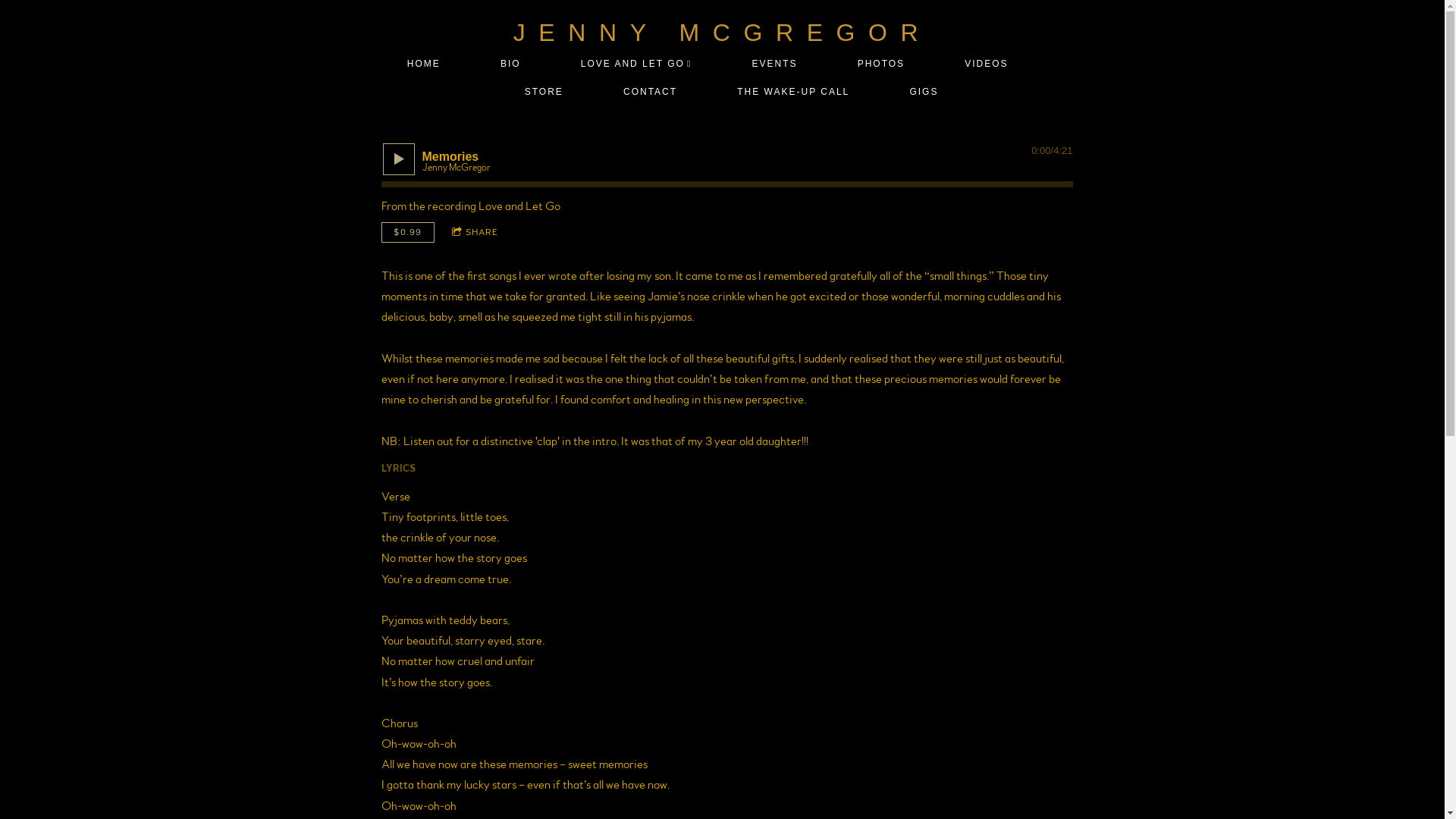  I want to click on 'EVENTS', so click(774, 63).